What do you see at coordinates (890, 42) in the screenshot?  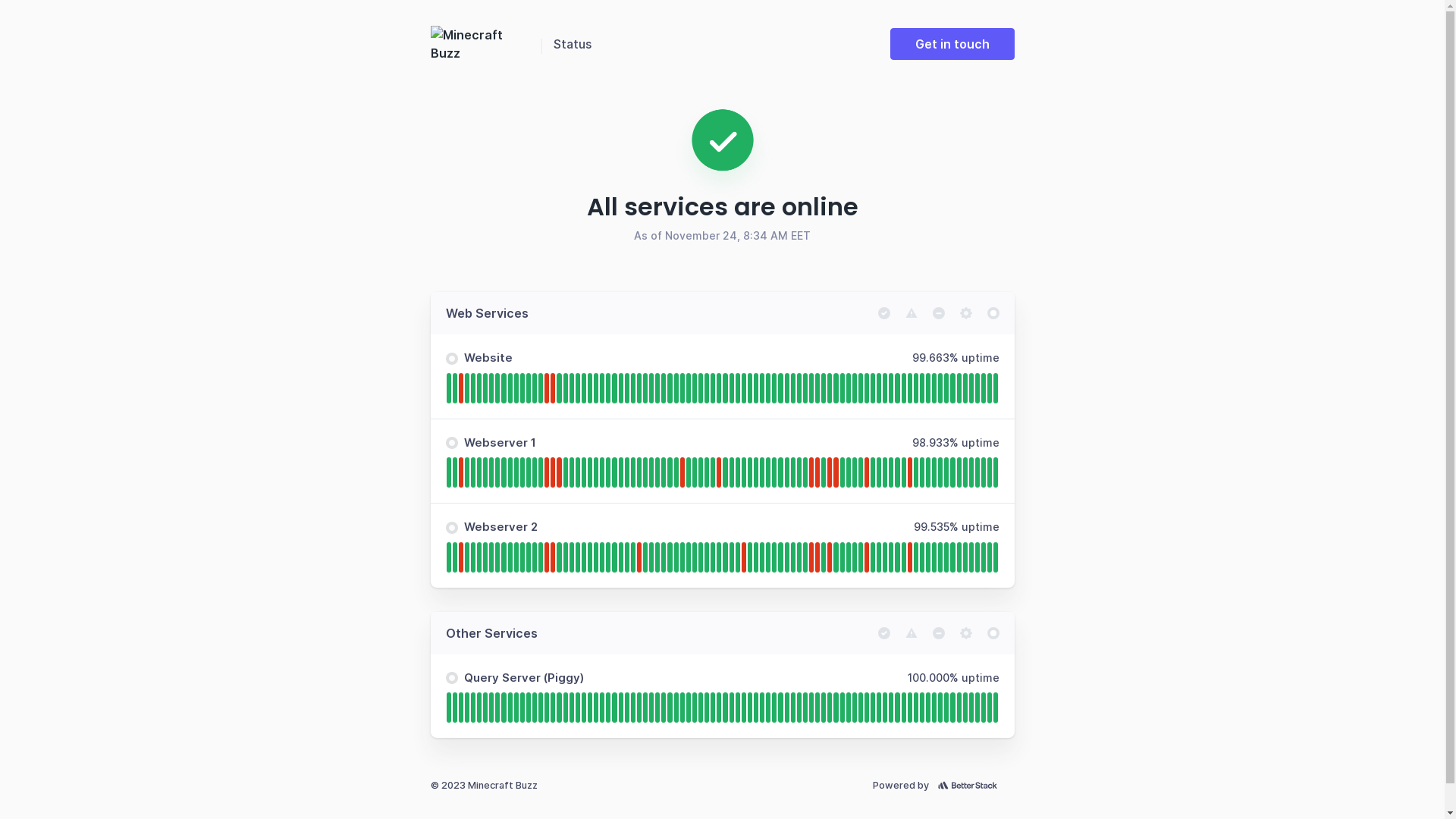 I see `'Get in touch'` at bounding box center [890, 42].